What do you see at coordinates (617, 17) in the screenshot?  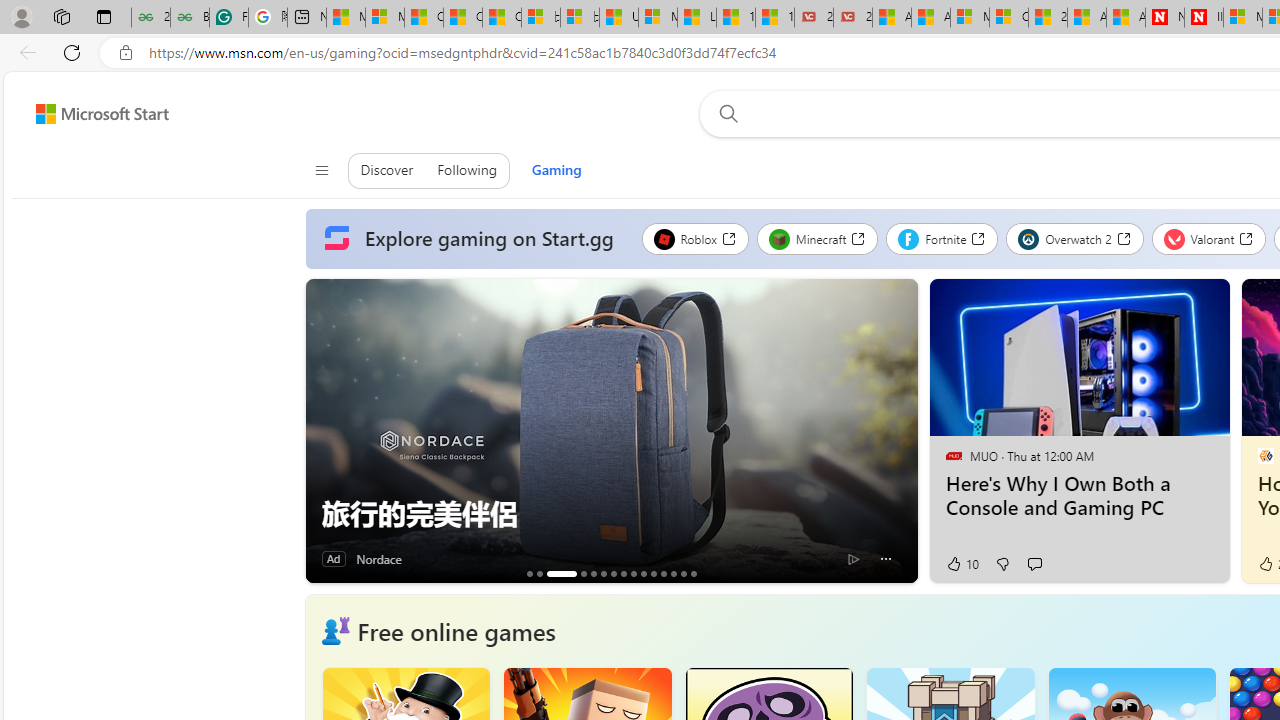 I see `'USA TODAY - MSN'` at bounding box center [617, 17].